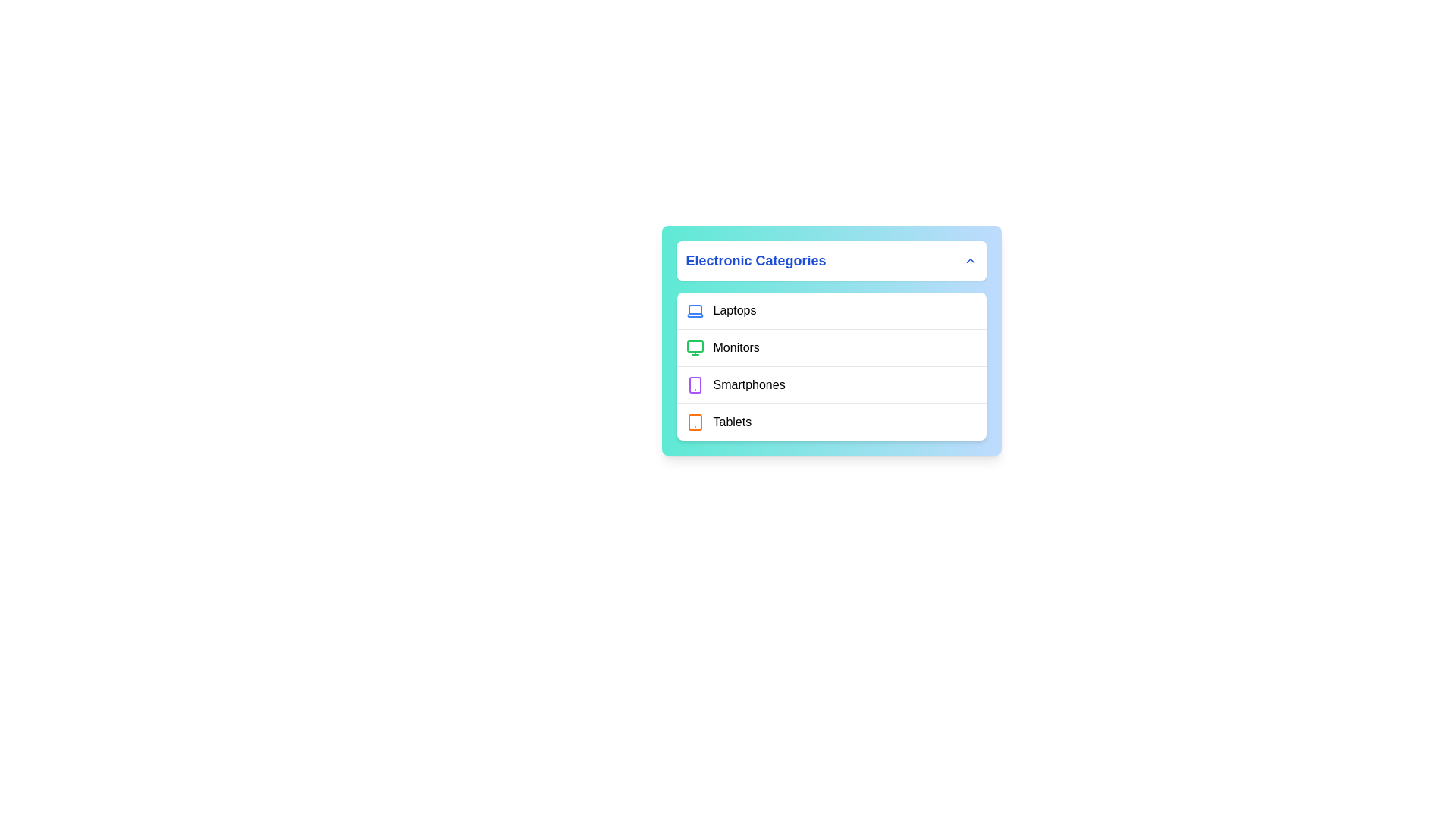 Image resolution: width=1456 pixels, height=819 pixels. I want to click on the category by clicking on the green rounded rectangle in the upper-center of the monitor-like SVG icon next to the 'Monitors' text in the 'Electronic Categories' dropdown list, so click(694, 346).